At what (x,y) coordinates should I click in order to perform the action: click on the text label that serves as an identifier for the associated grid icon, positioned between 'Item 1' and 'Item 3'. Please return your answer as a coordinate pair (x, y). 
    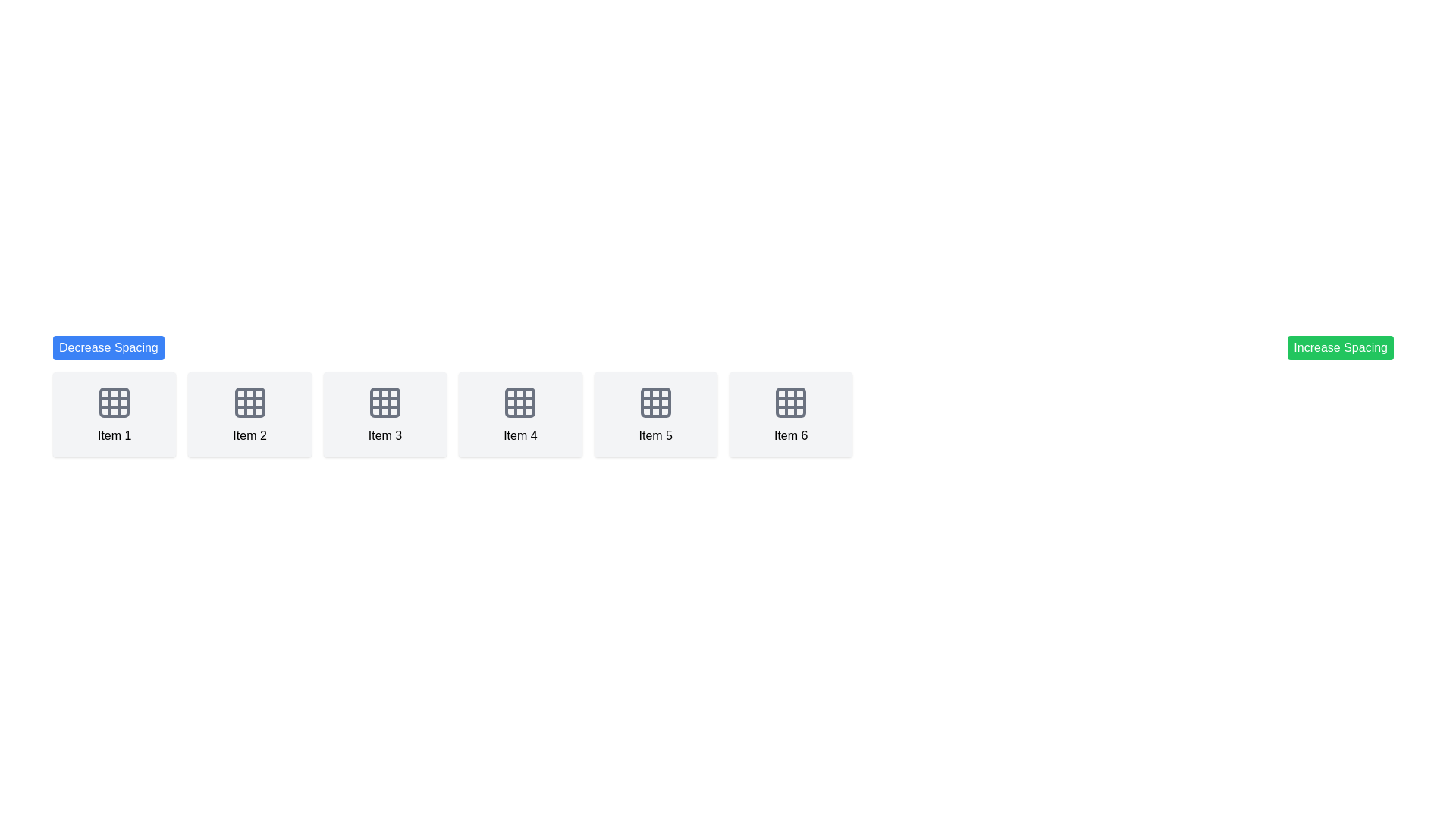
    Looking at the image, I should click on (249, 435).